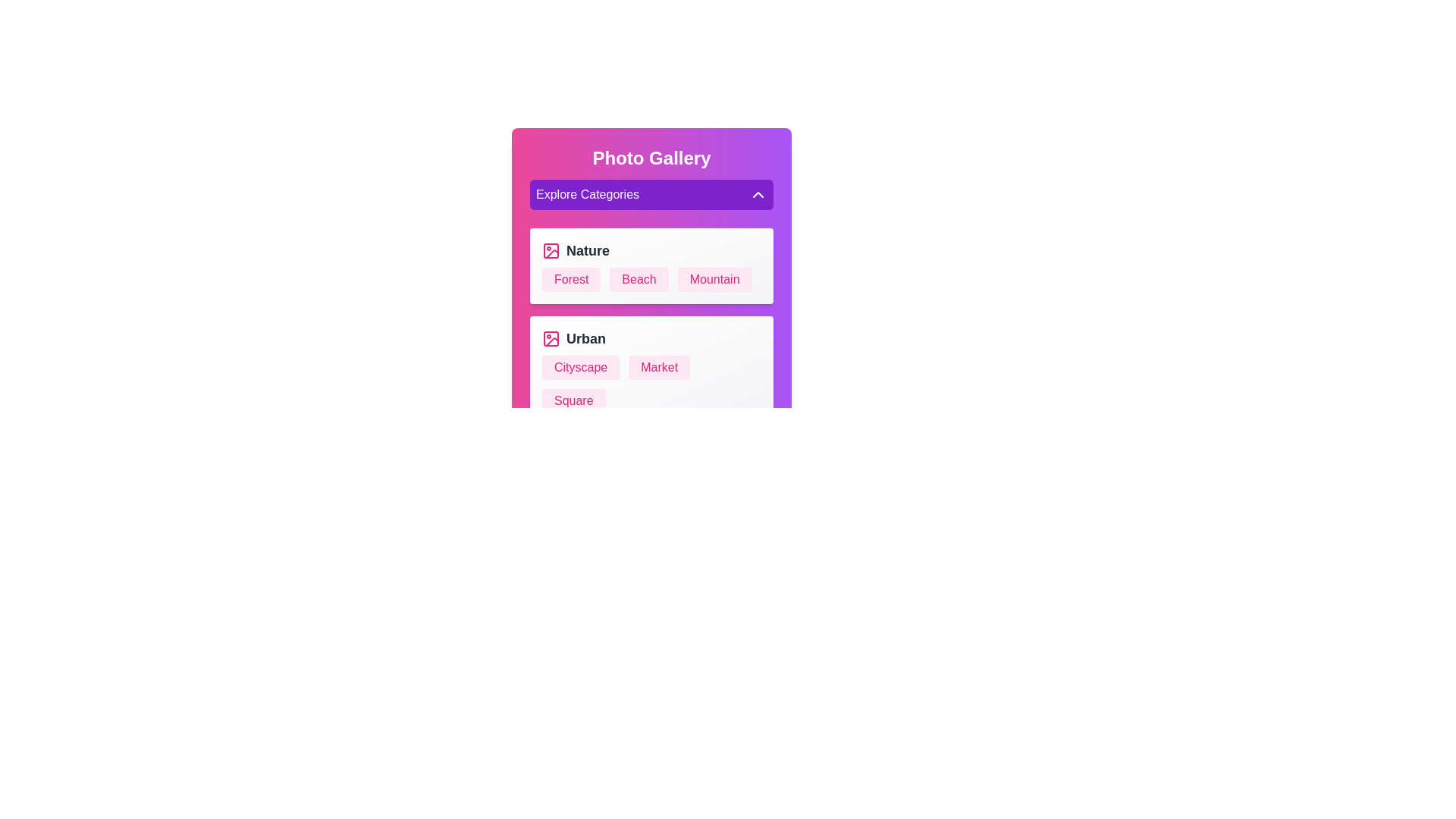 The width and height of the screenshot is (1456, 819). What do you see at coordinates (639, 280) in the screenshot?
I see `the text element labeled 'Beach' to select it` at bounding box center [639, 280].